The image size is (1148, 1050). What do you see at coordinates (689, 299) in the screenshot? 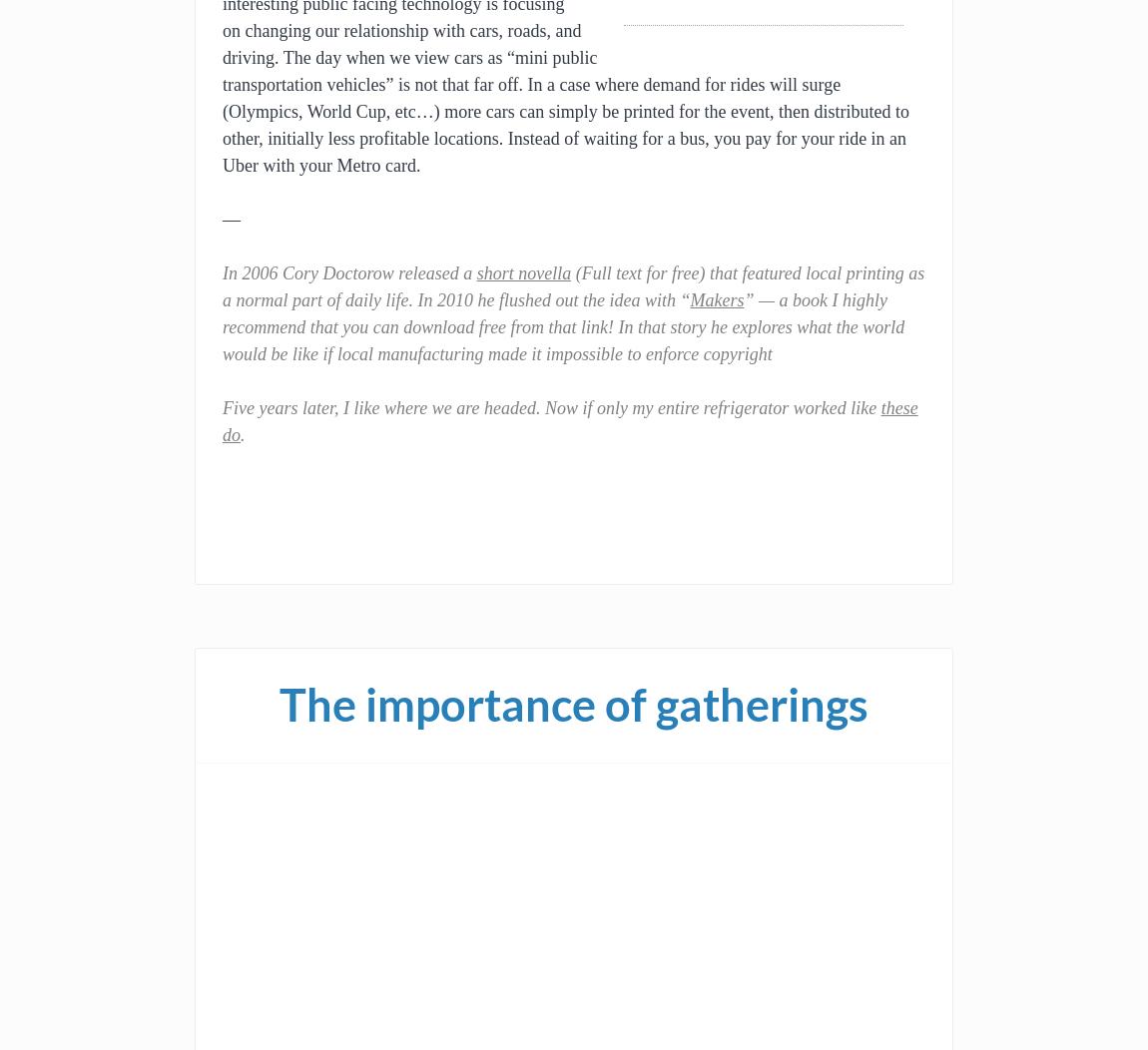
I see `'Makers'` at bounding box center [689, 299].